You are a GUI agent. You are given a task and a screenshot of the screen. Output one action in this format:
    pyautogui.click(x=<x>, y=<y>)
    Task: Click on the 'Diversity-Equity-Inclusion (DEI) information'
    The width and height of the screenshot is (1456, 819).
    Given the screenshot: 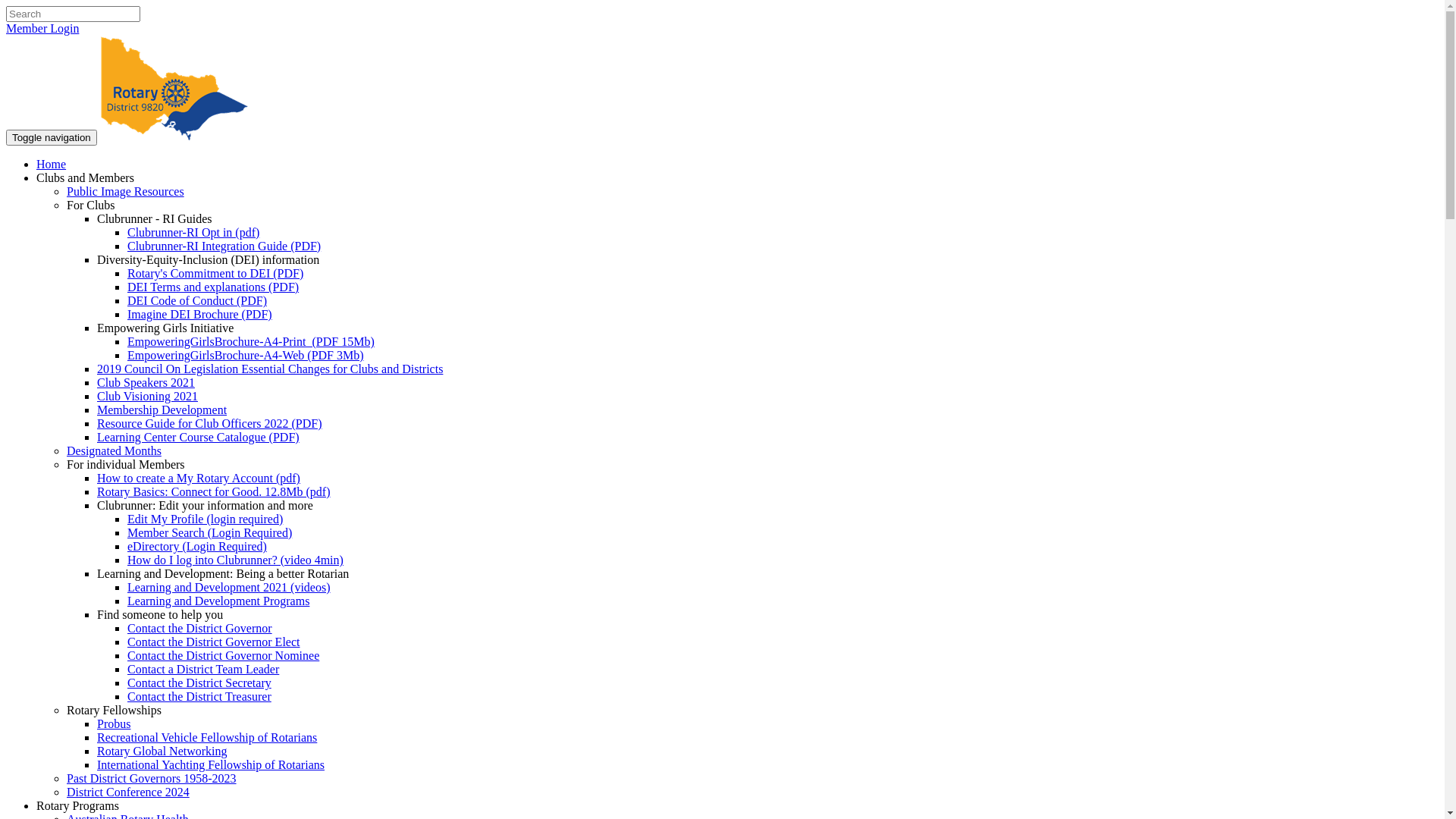 What is the action you would take?
    pyautogui.click(x=207, y=259)
    